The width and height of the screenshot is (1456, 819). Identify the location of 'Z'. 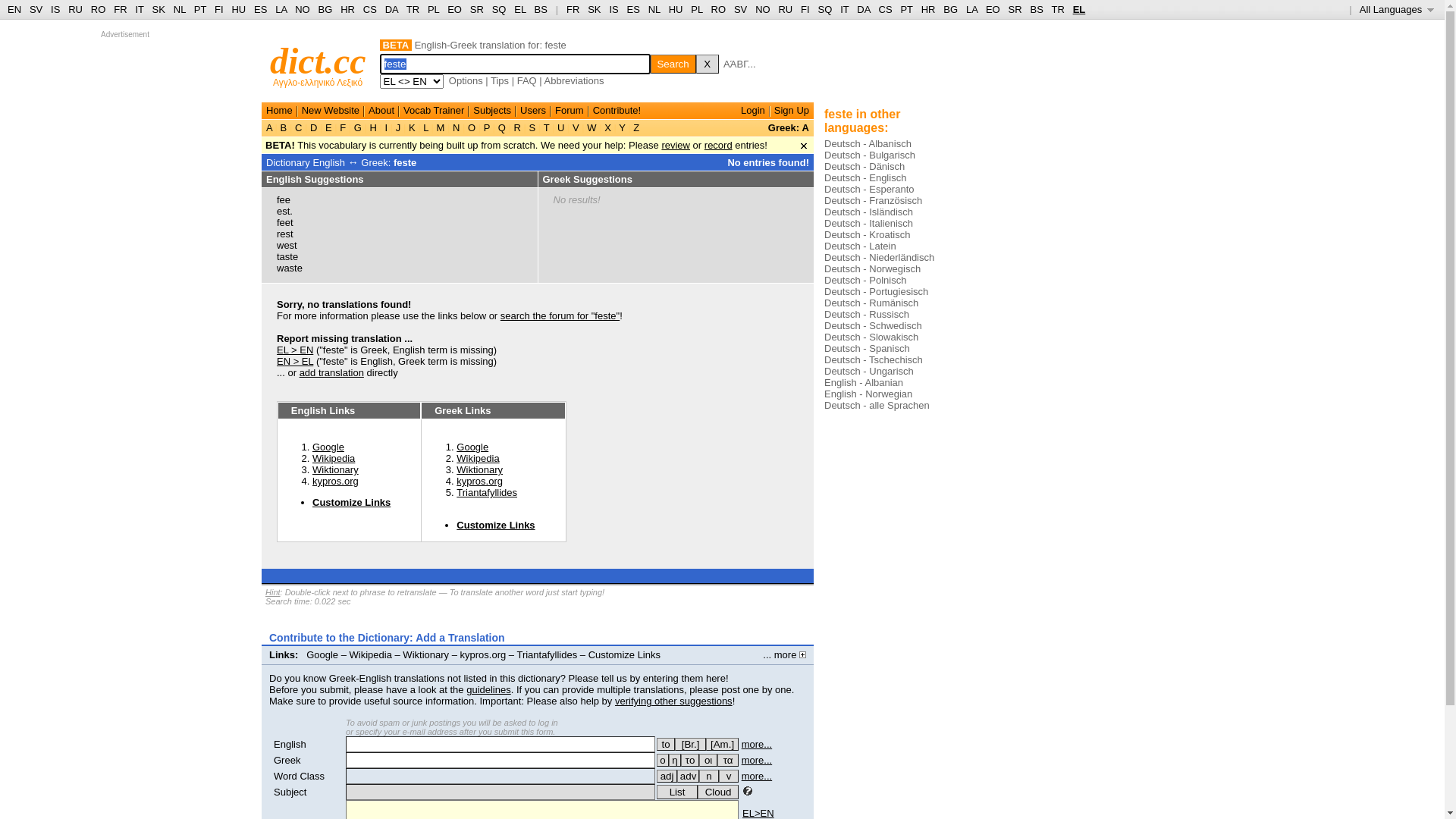
(636, 127).